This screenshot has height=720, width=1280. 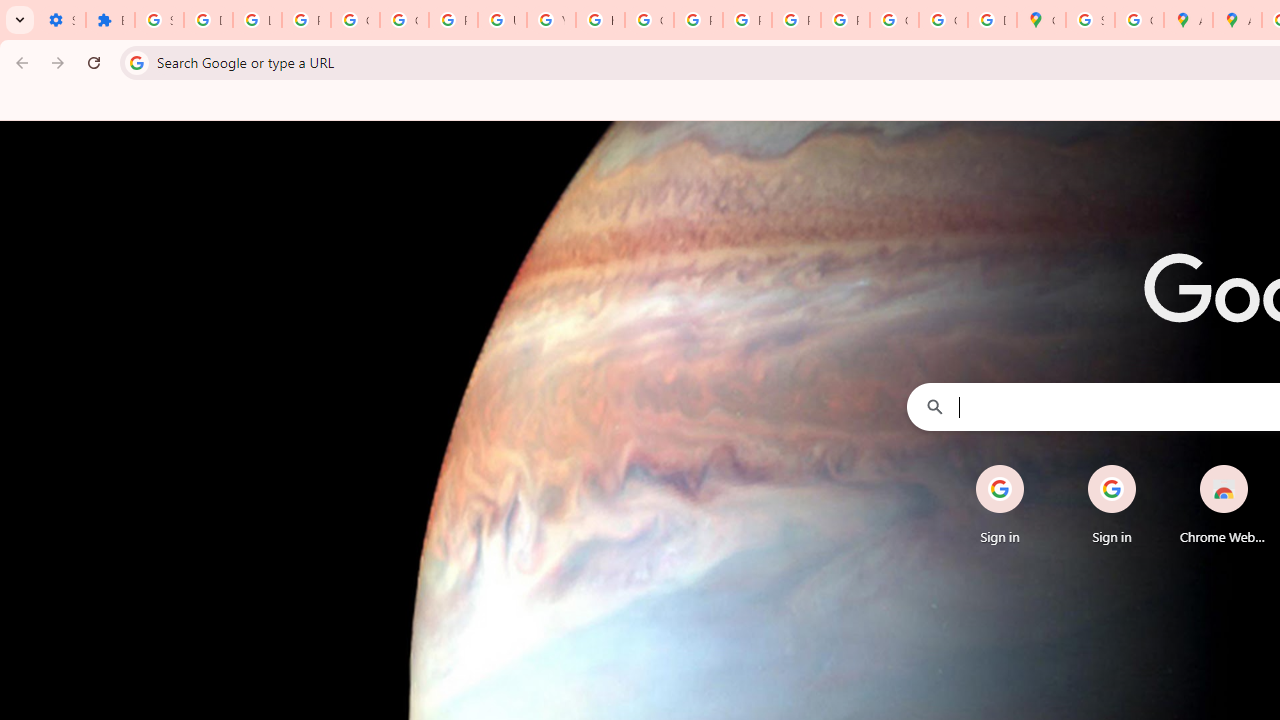 I want to click on 'https://scholar.google.com/', so click(x=599, y=20).